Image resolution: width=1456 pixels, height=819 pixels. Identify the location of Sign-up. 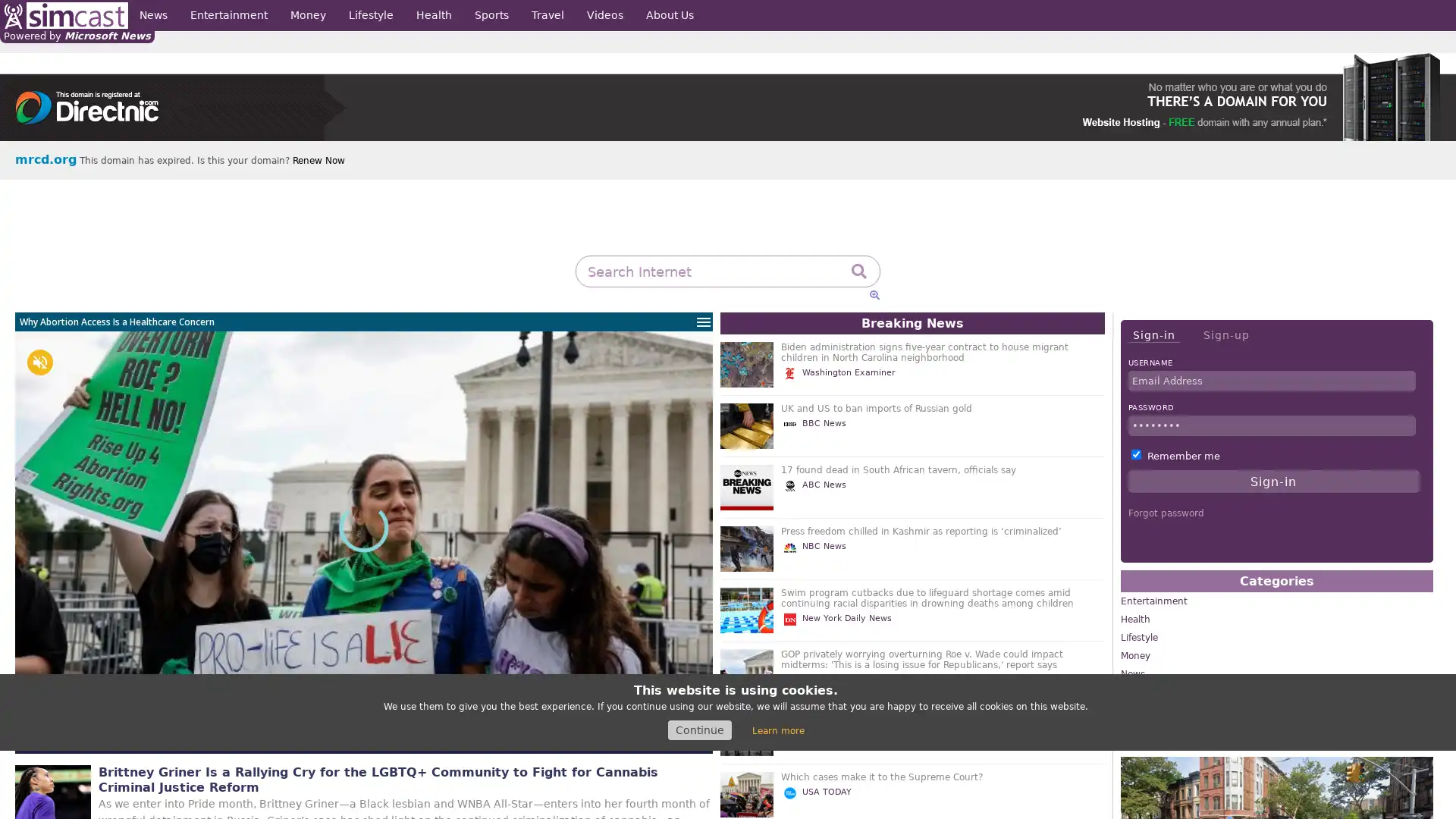
(1225, 334).